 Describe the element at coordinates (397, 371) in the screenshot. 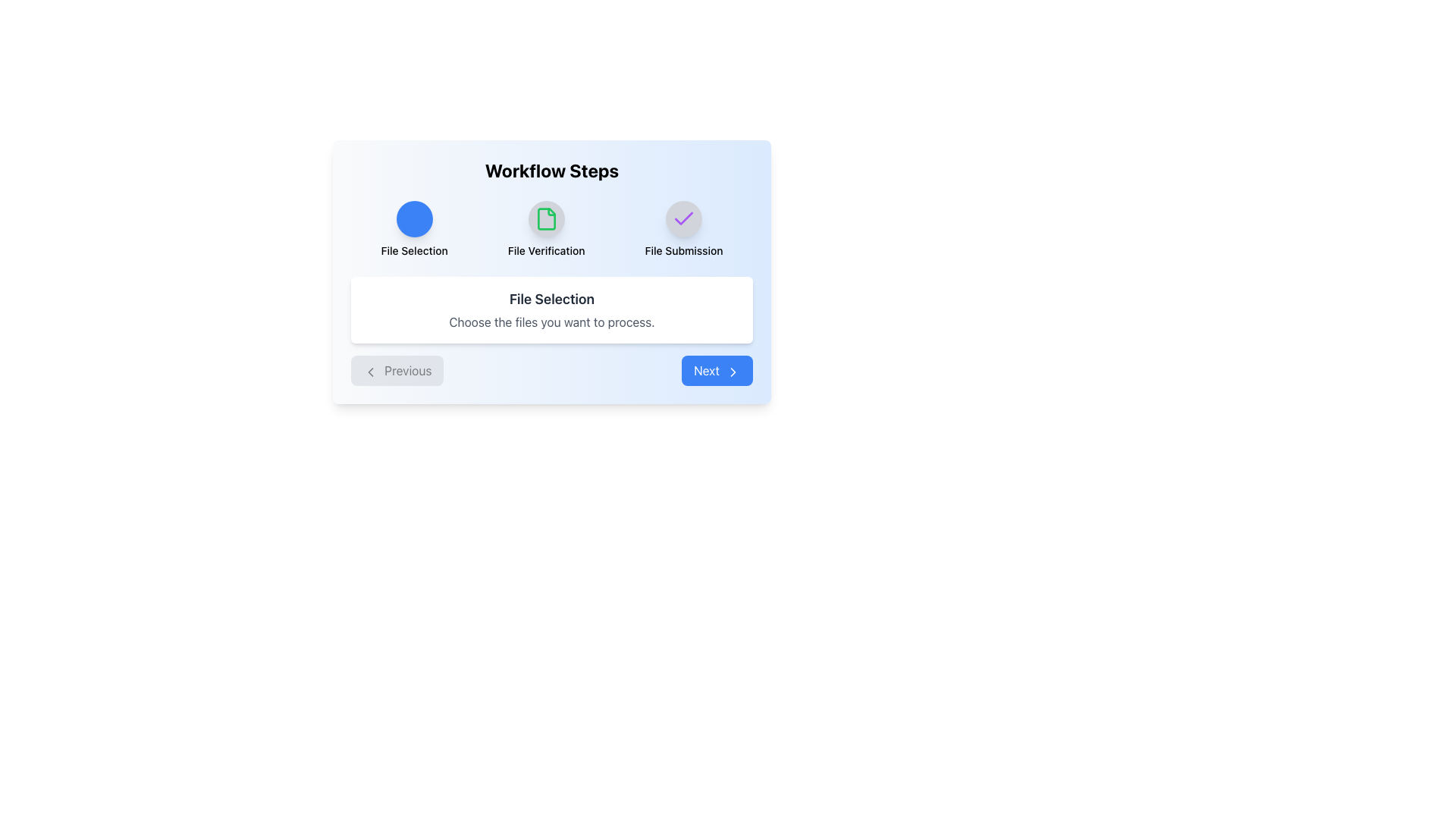

I see `the leftmost button in the bottom-left corner of the card-like interface` at that location.